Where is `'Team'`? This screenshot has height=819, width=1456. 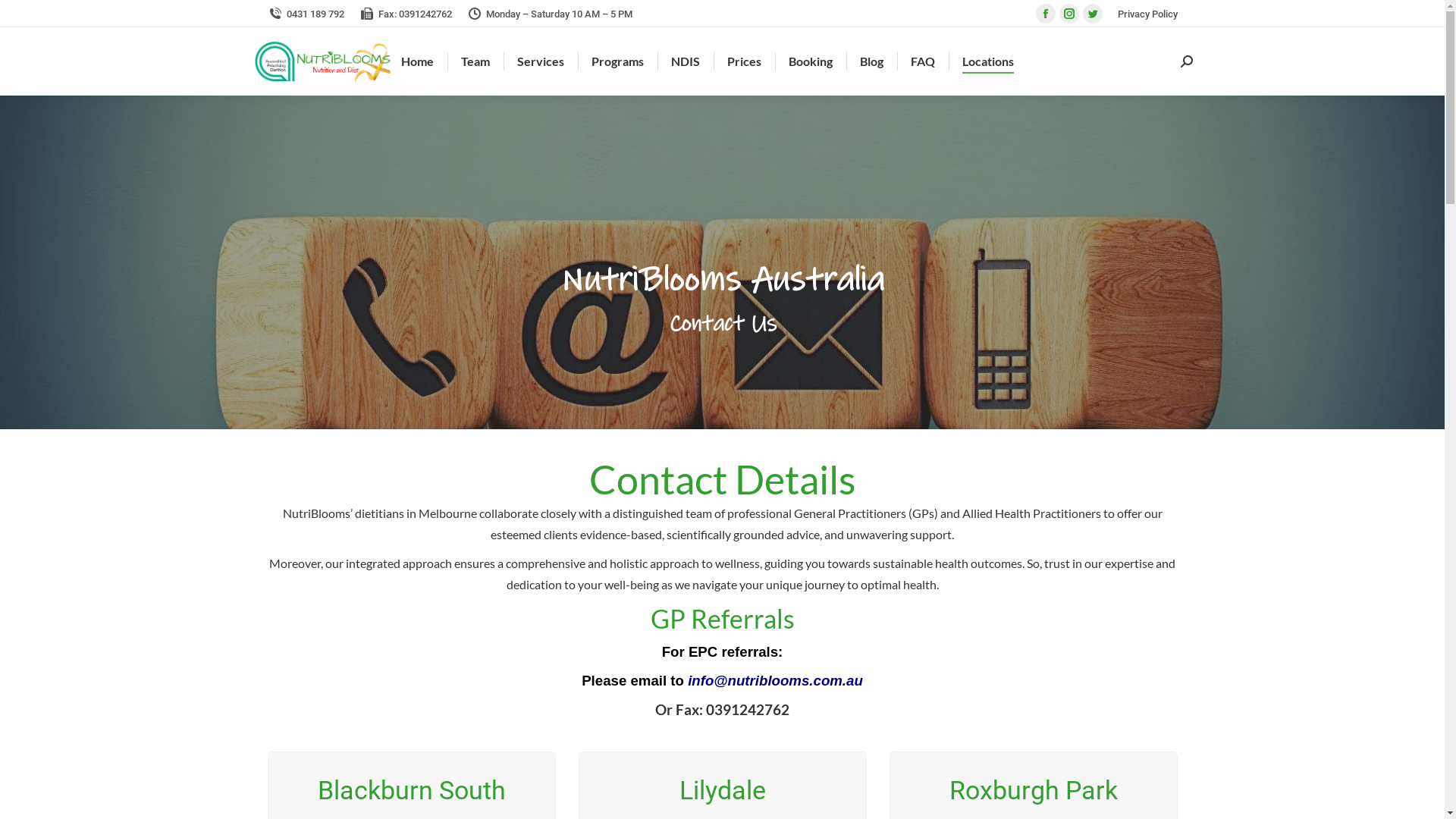 'Team' is located at coordinates (457, 61).